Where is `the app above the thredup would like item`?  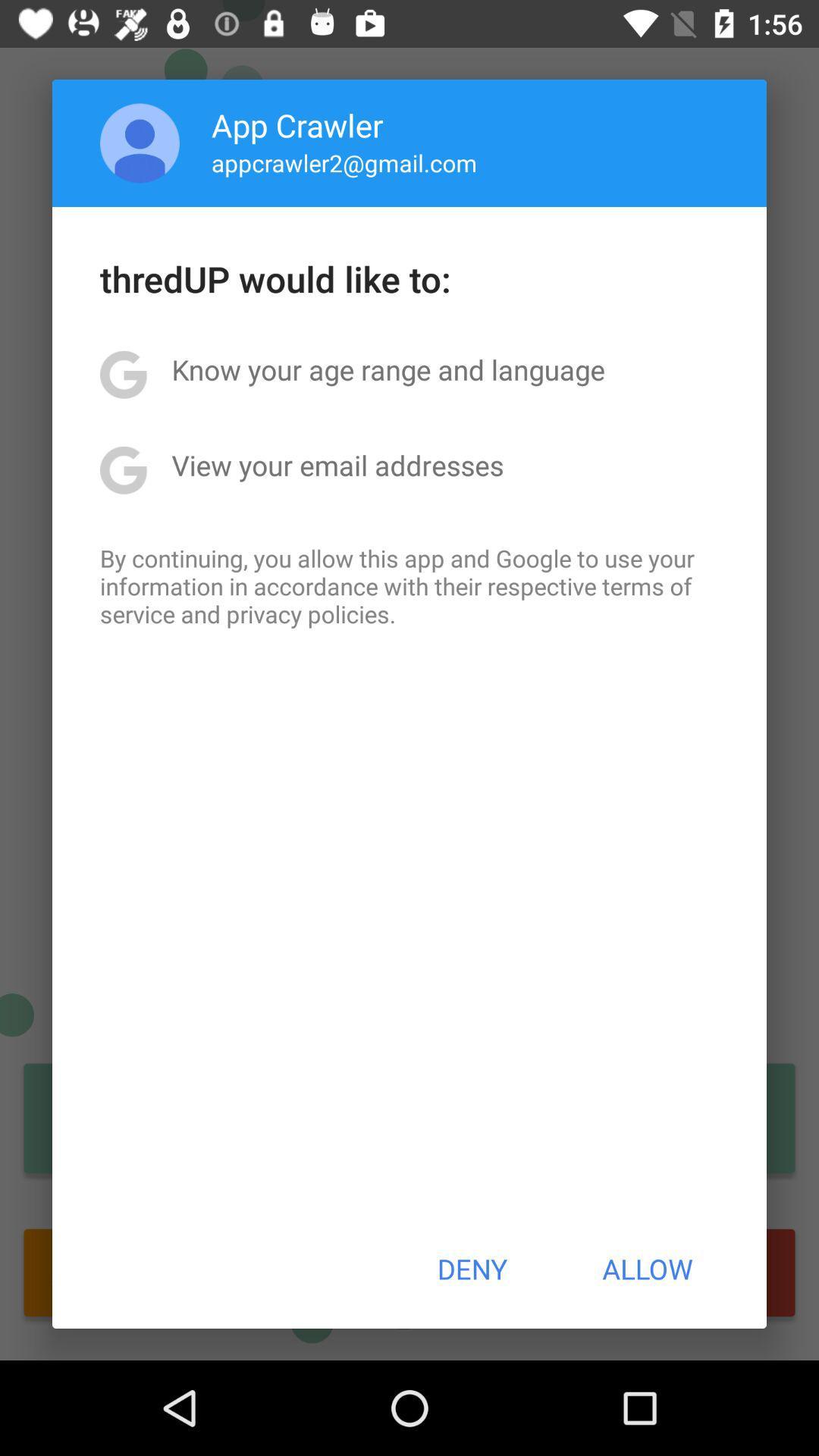
the app above the thredup would like item is located at coordinates (344, 162).